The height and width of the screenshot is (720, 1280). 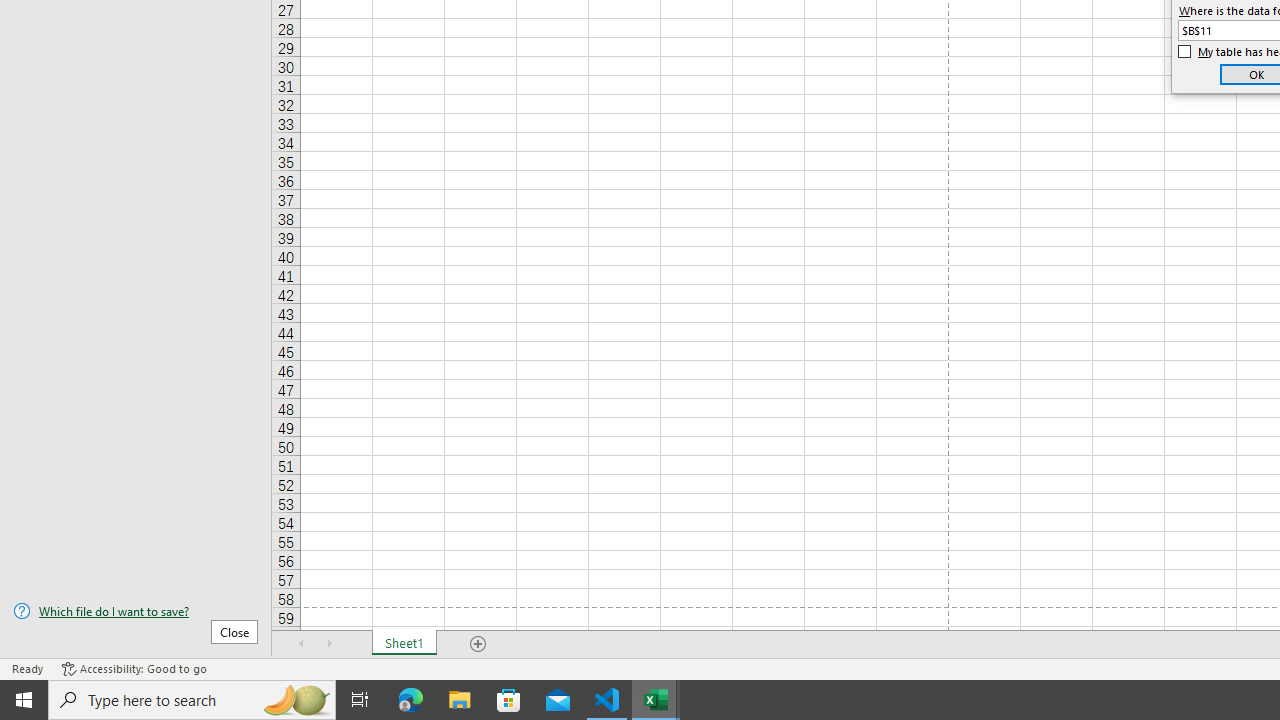 I want to click on 'Sheet1', so click(x=403, y=644).